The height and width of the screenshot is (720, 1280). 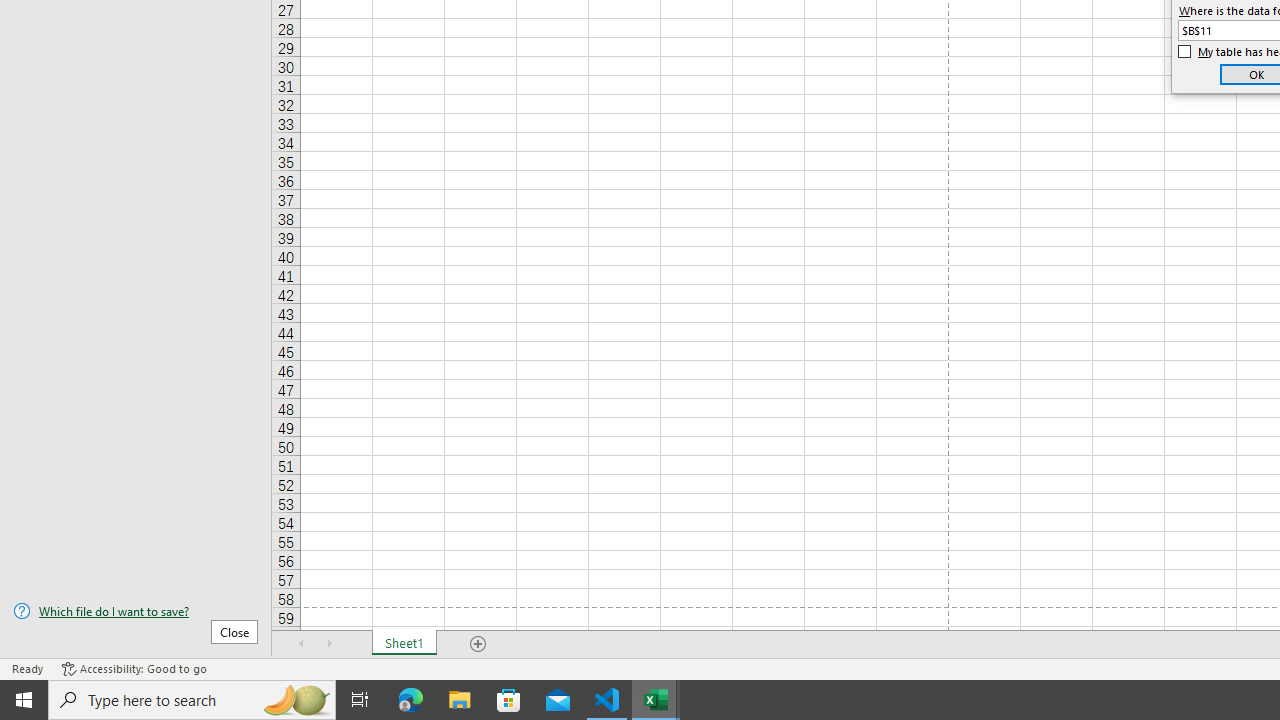 I want to click on 'Sheet1', so click(x=403, y=644).